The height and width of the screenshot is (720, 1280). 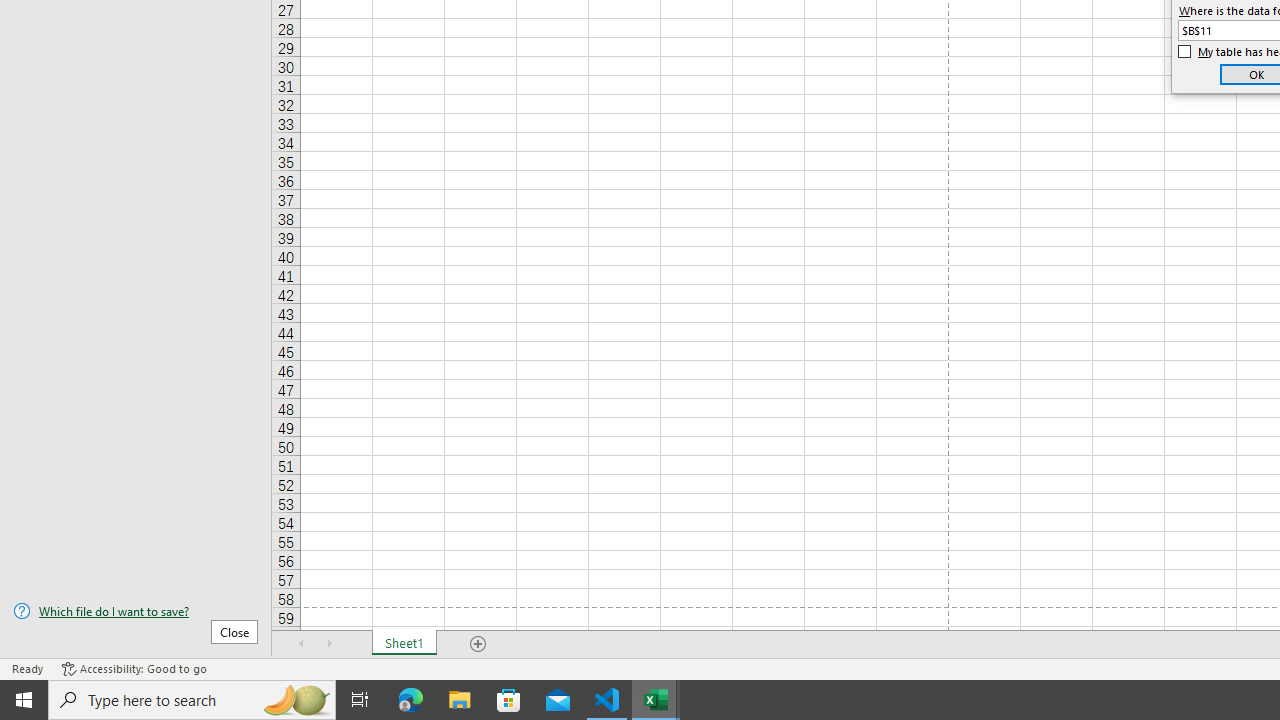 I want to click on 'Sheet1', so click(x=403, y=644).